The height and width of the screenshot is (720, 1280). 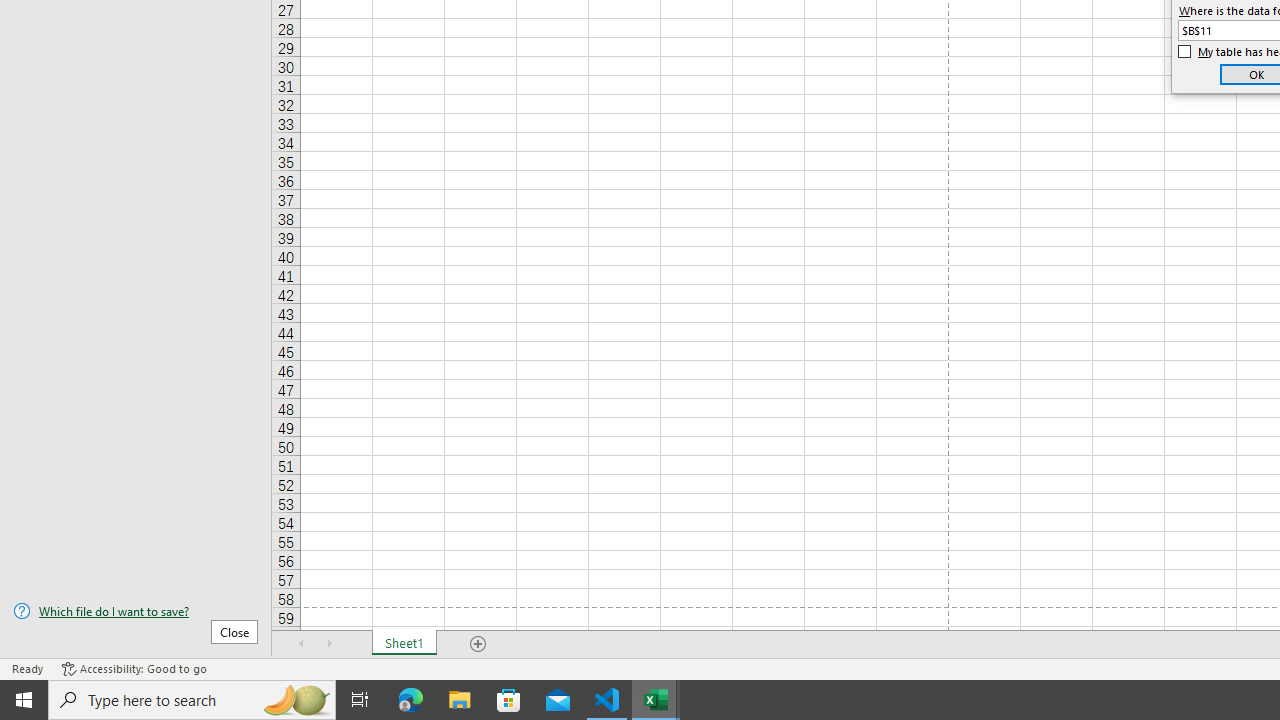 I want to click on 'Sheet1', so click(x=403, y=644).